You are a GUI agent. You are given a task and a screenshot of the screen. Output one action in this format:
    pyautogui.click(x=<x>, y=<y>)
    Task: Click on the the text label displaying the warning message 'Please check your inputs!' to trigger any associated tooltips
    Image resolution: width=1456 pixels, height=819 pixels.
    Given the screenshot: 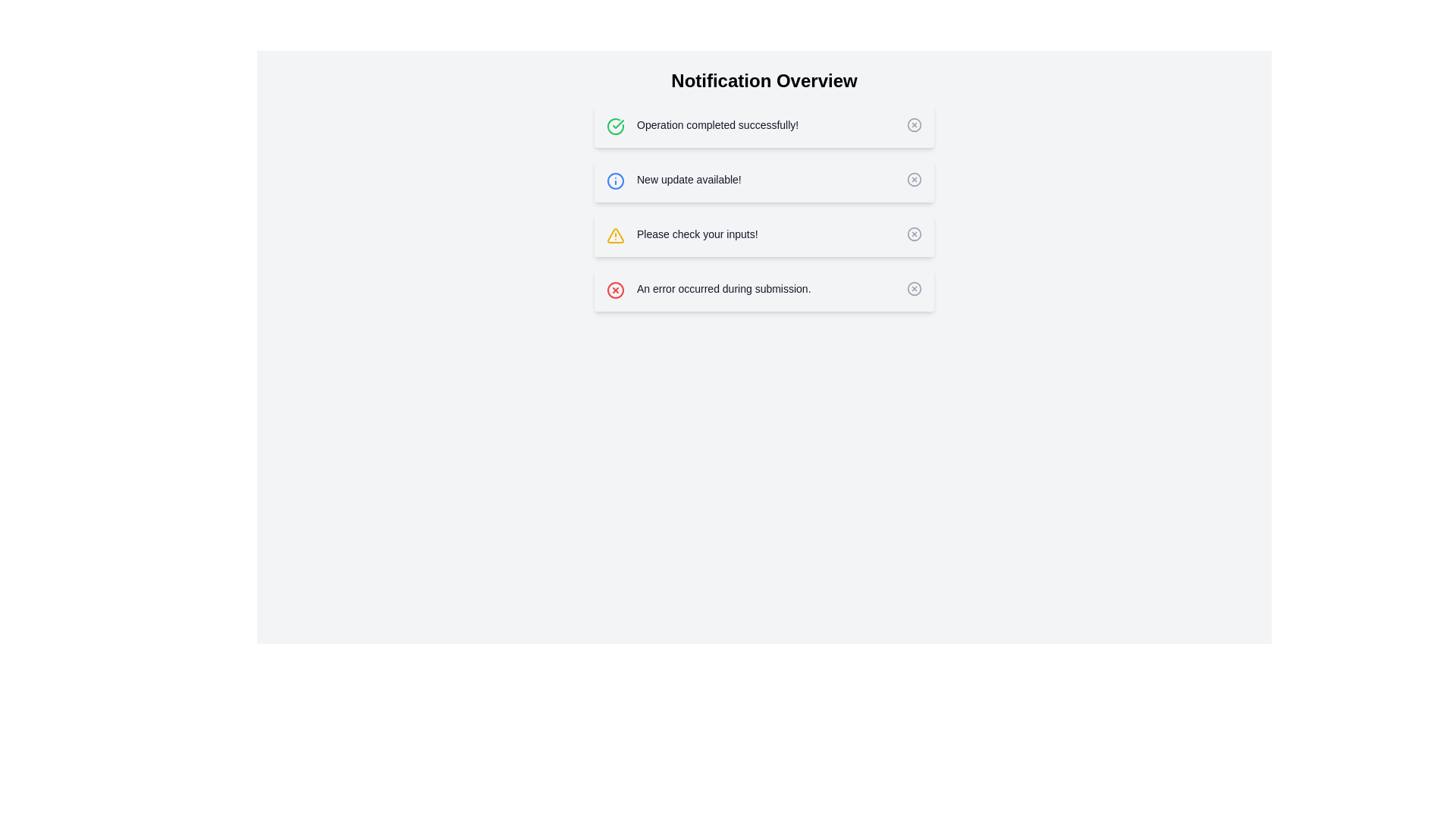 What is the action you would take?
    pyautogui.click(x=696, y=234)
    